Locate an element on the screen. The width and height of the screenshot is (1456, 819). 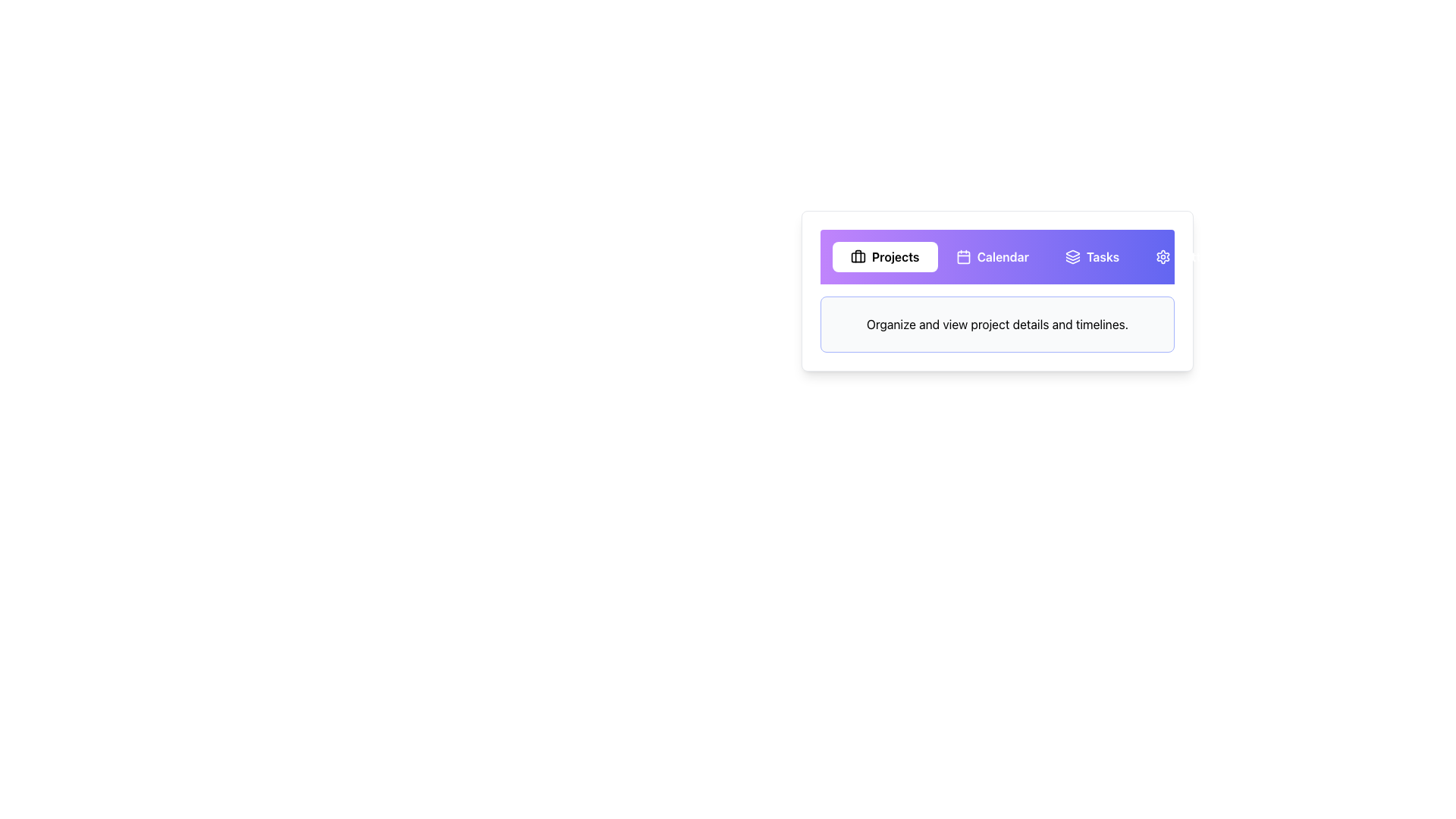
the text label that displays 'Organize and view project details and timelines.' positioned centrally at the top of the layout is located at coordinates (997, 324).